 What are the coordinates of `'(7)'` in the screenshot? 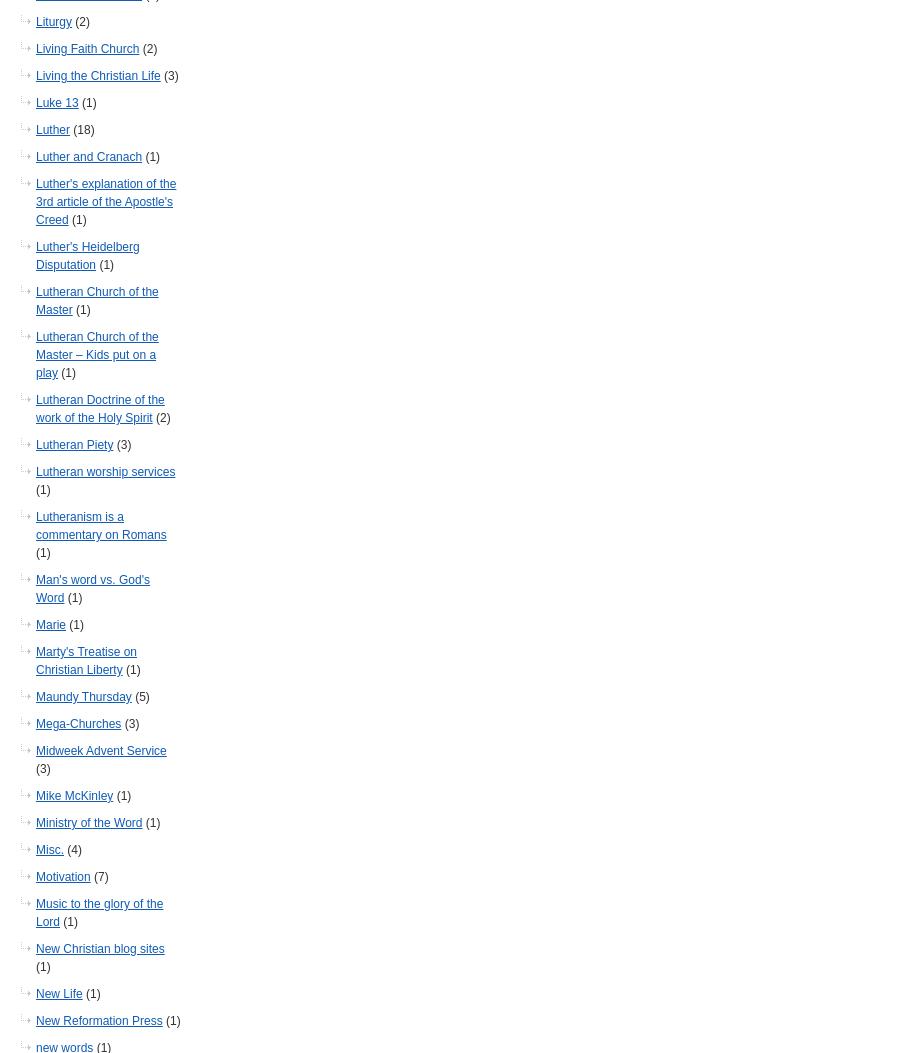 It's located at (98, 877).